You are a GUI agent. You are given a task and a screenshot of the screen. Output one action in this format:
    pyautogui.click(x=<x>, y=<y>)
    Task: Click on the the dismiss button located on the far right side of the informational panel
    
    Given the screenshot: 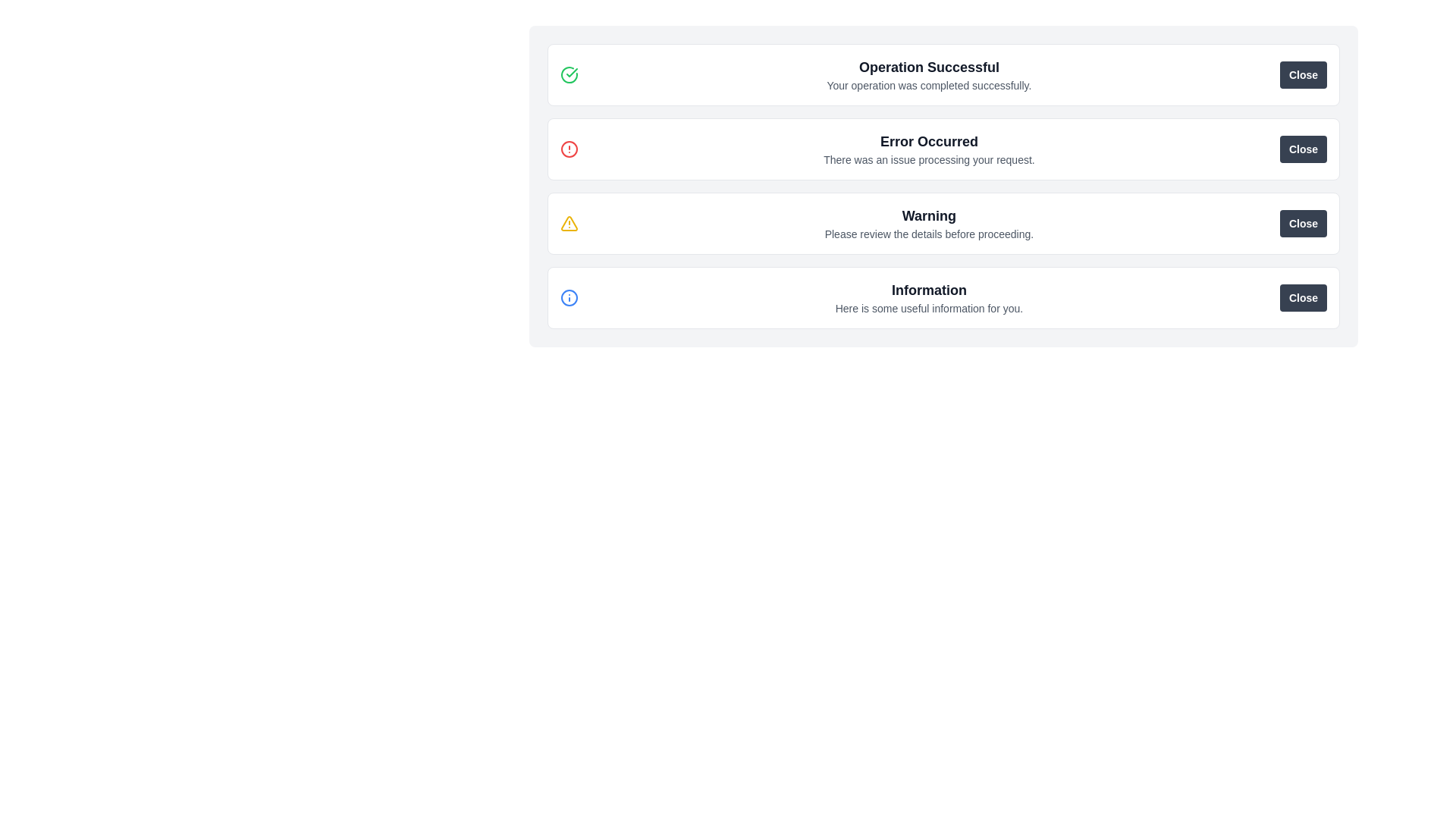 What is the action you would take?
    pyautogui.click(x=1302, y=298)
    